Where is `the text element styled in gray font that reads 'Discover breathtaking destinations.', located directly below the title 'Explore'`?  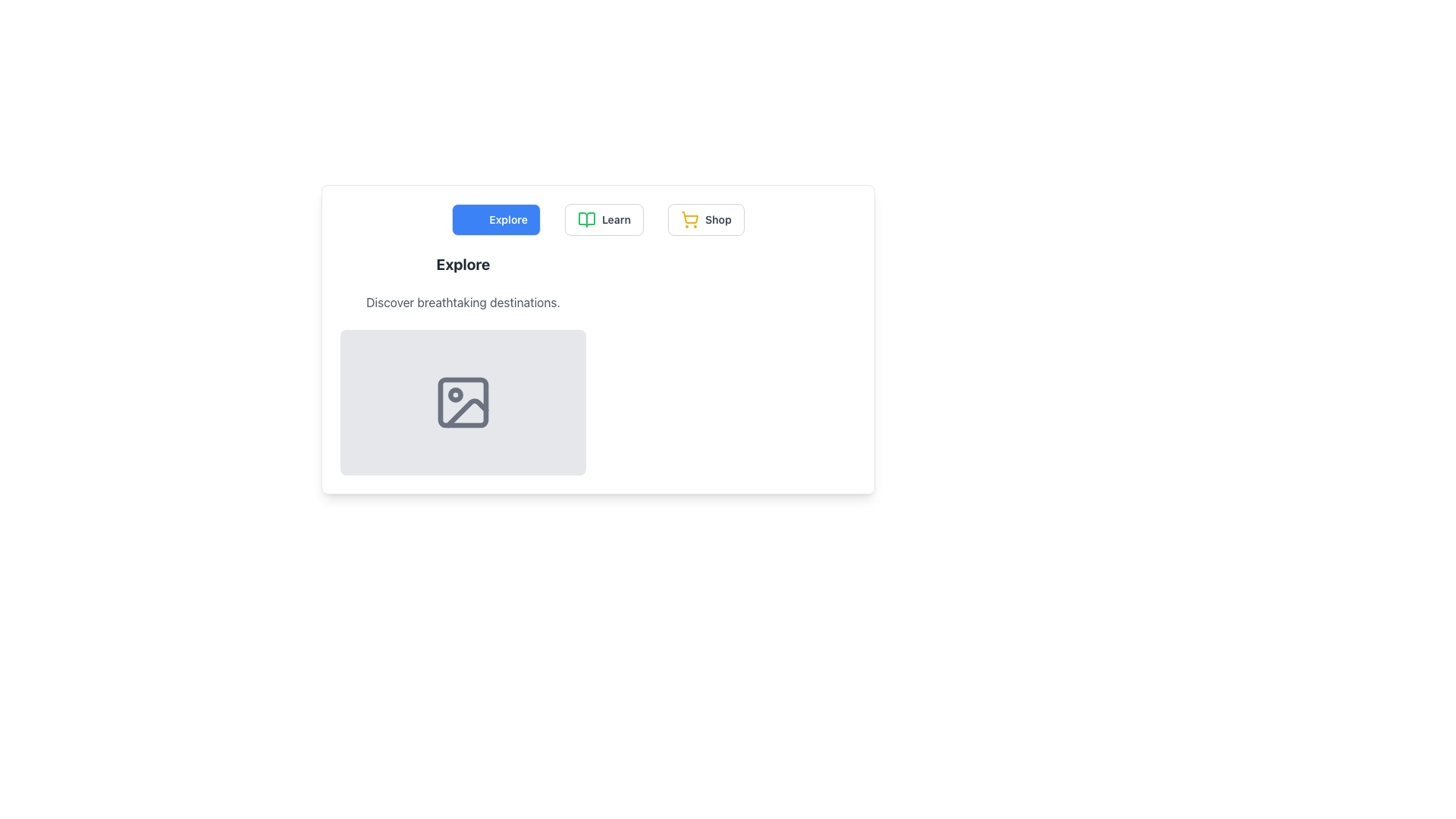 the text element styled in gray font that reads 'Discover breathtaking destinations.', located directly below the title 'Explore' is located at coordinates (462, 302).